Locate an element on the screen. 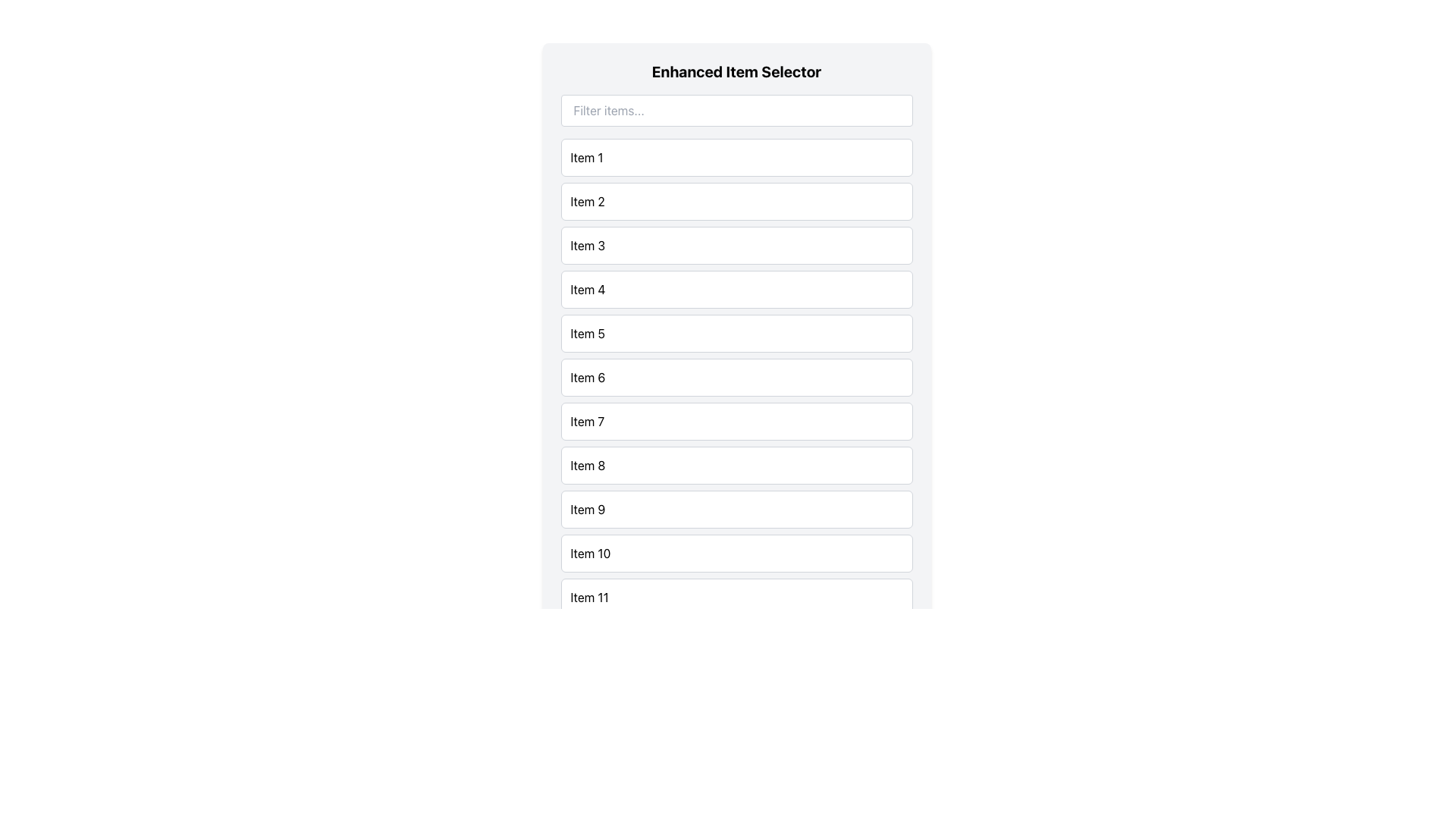 The image size is (1456, 819). the 8th item in the vertical list is located at coordinates (736, 464).